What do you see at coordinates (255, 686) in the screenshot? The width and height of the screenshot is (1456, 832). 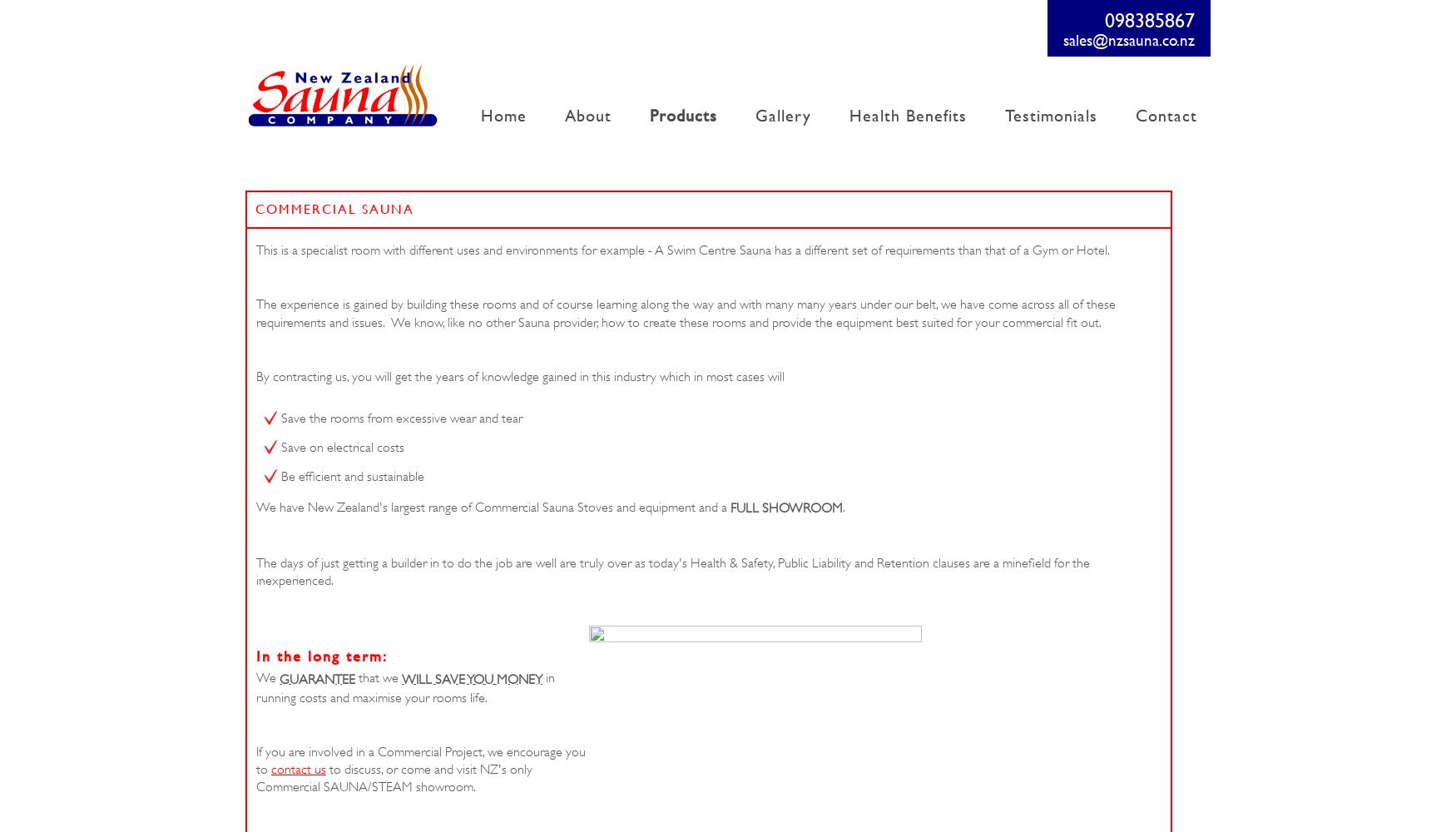 I see `'in running costs and maximise your rooms life.'` at bounding box center [255, 686].